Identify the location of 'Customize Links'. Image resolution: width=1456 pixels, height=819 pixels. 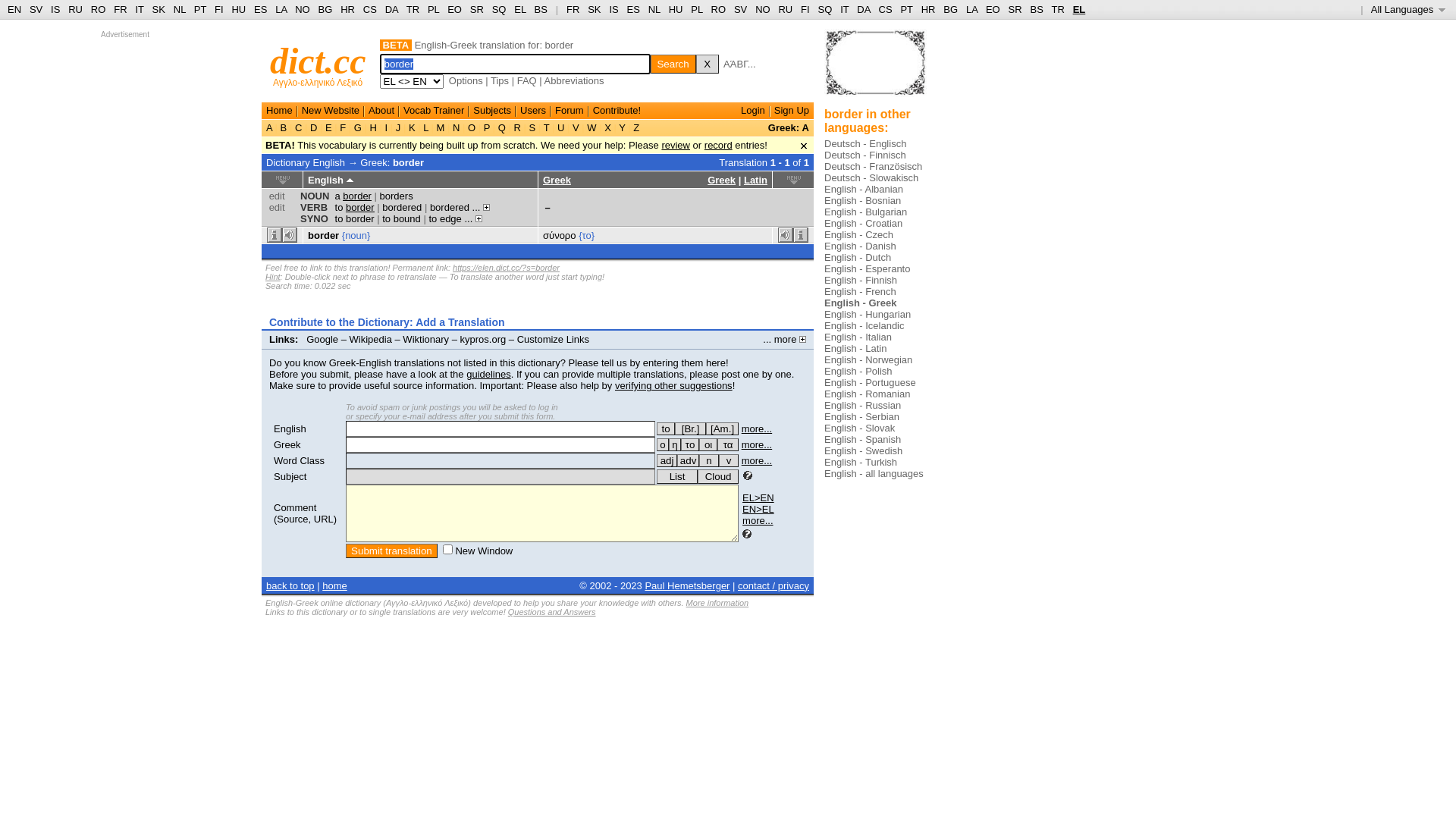
(552, 338).